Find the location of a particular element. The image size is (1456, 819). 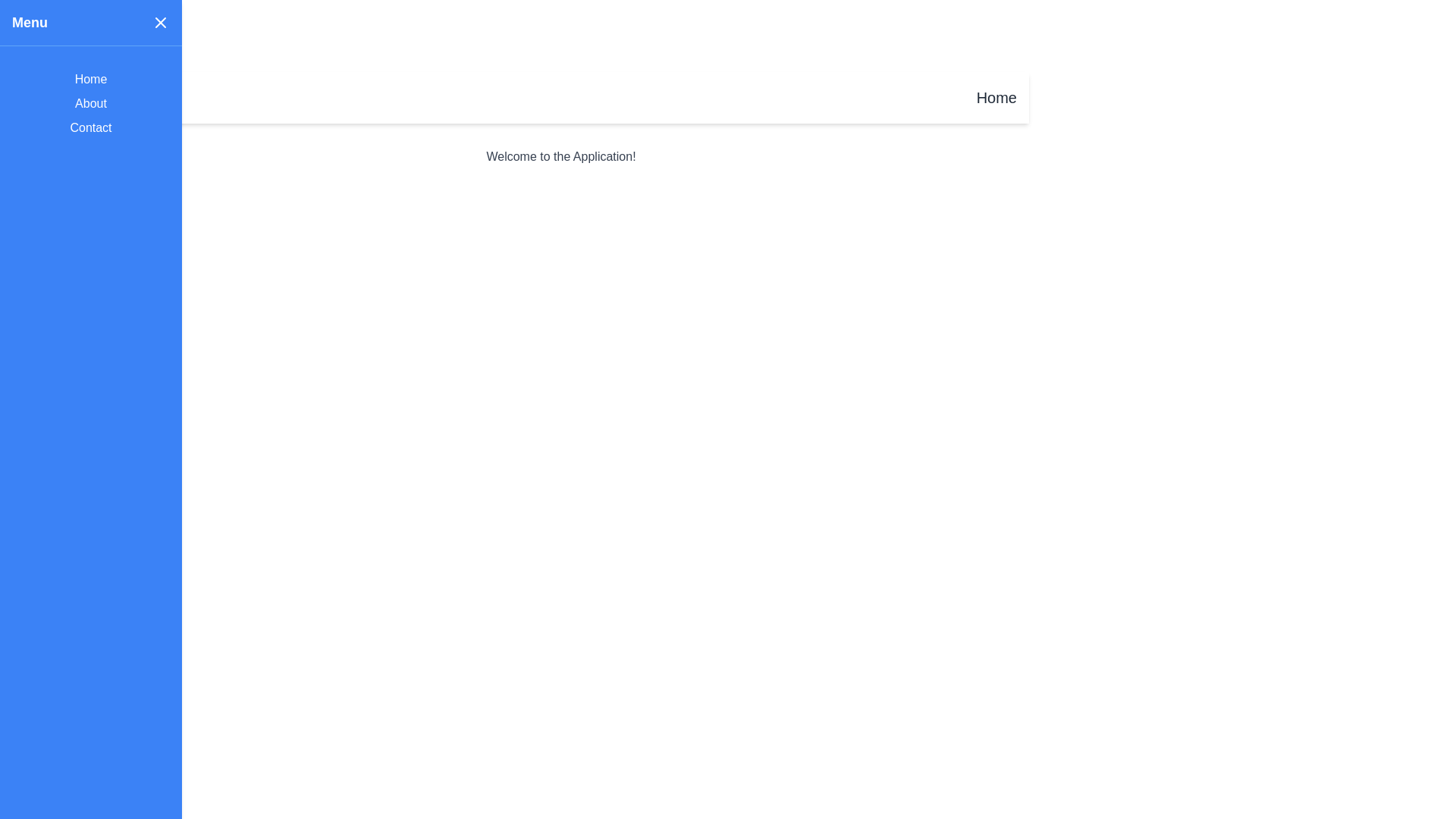

the Icon Button located in the left side navigation menu is located at coordinates (118, 97).